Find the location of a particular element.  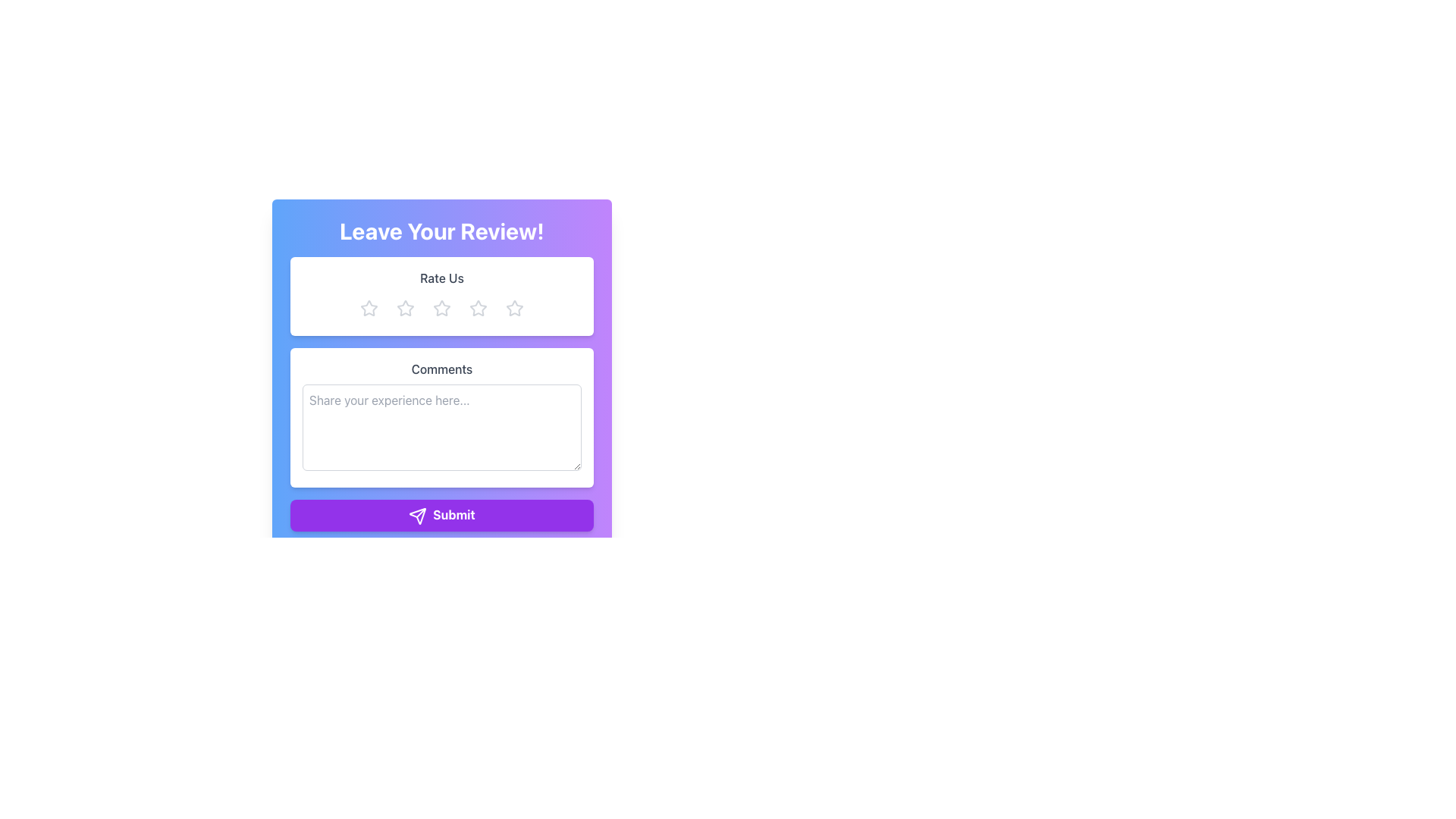

existing text in the textarea input field located in the 'Comments' section beneath the title, allowing for editing is located at coordinates (441, 427).